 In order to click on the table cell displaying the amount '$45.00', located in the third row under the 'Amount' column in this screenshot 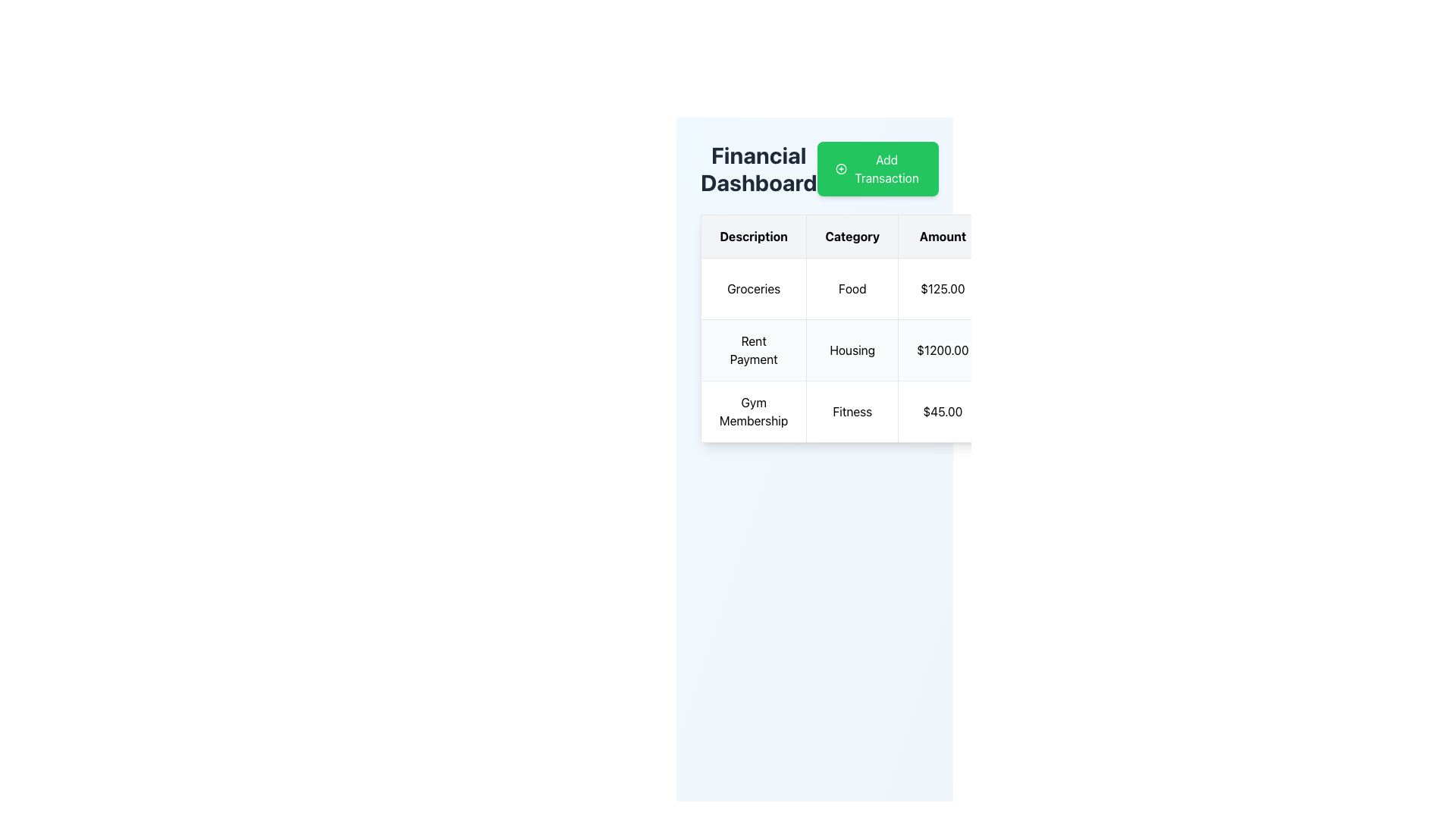, I will do `click(942, 412)`.